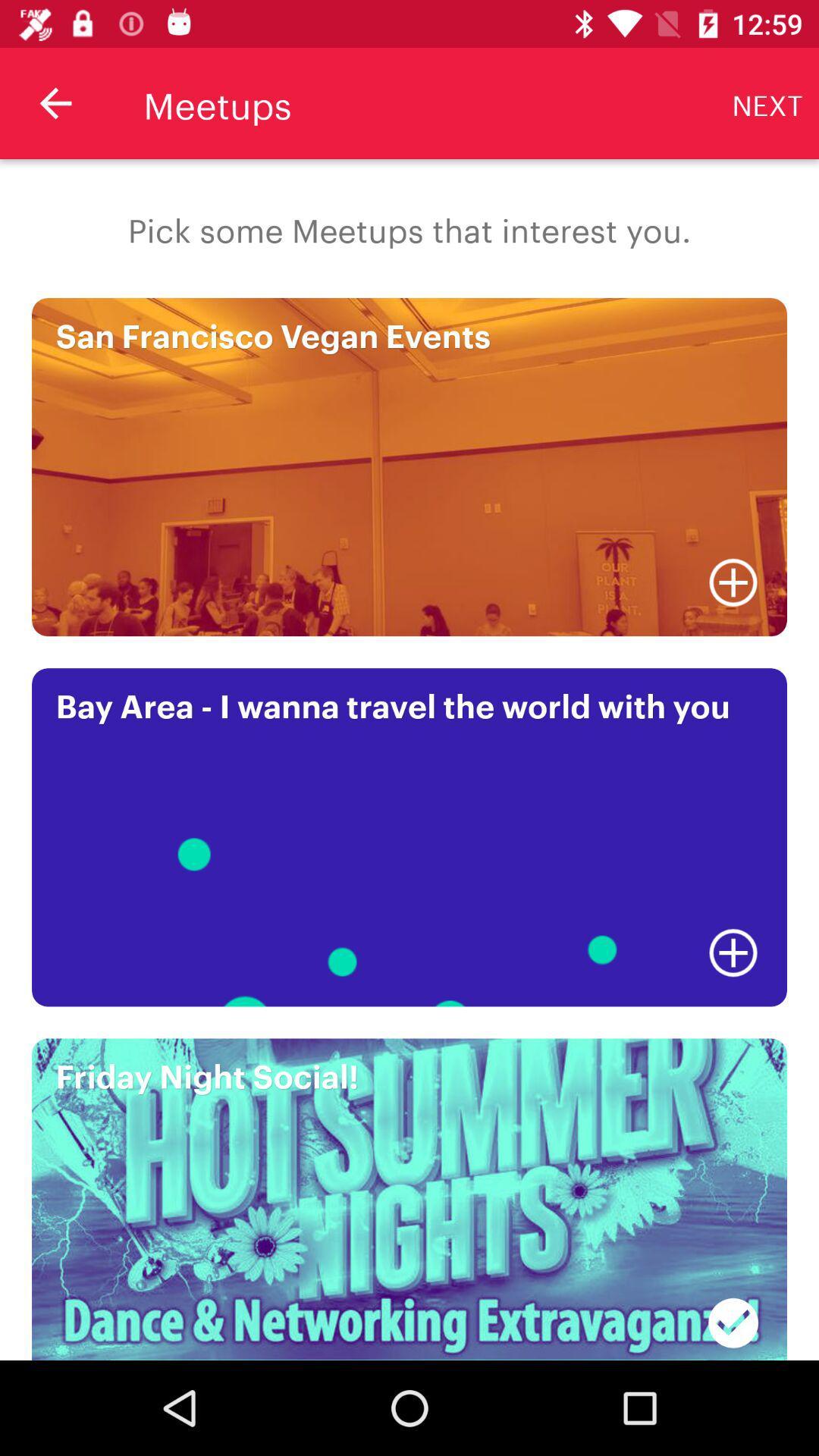 Image resolution: width=819 pixels, height=1456 pixels. What do you see at coordinates (767, 102) in the screenshot?
I see `the item above pick some meetups icon` at bounding box center [767, 102].